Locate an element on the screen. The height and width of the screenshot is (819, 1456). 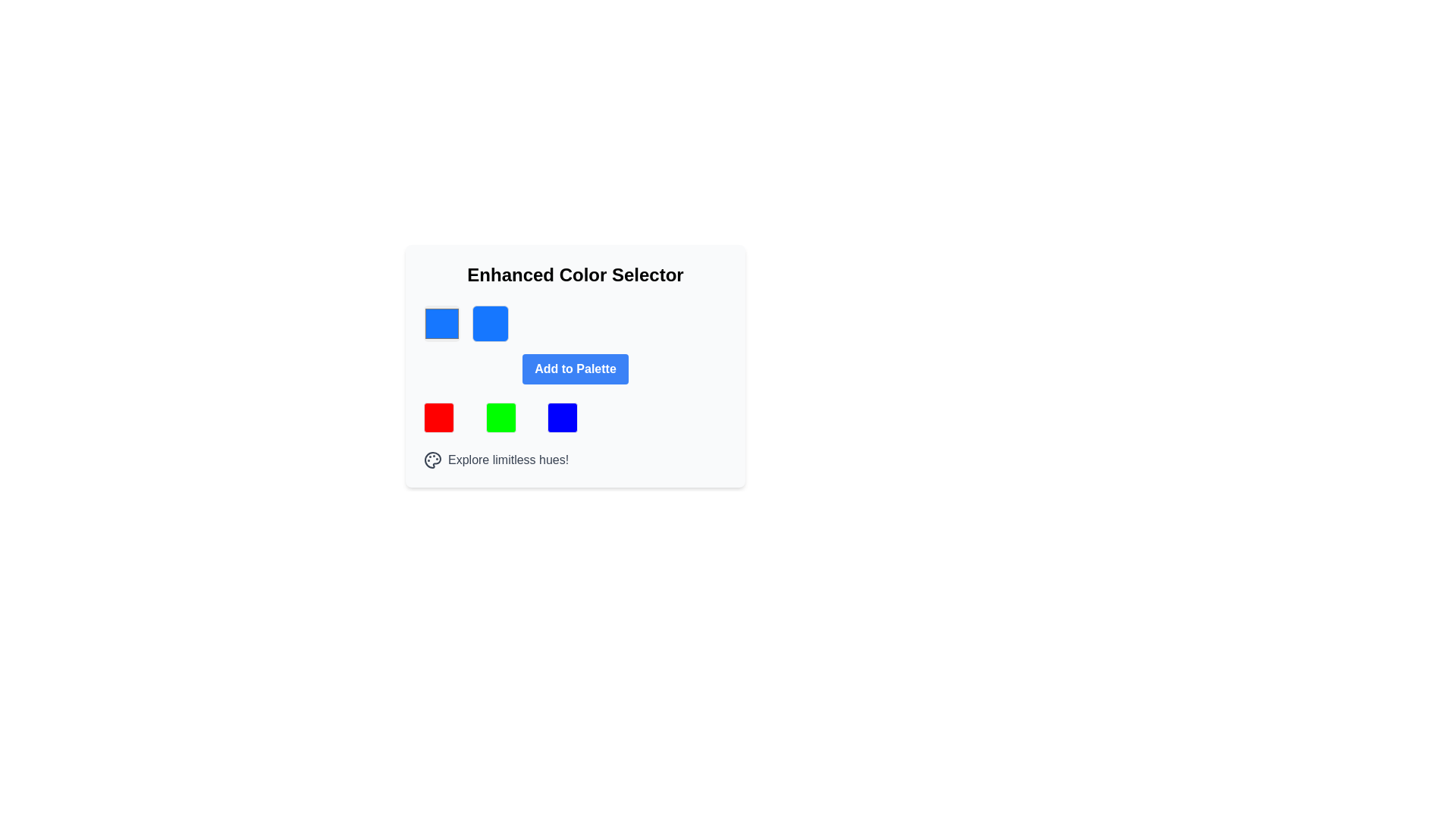
the blue button labeled 'Add to Palette' to trigger the hover effect, positioned centrally within the 'Enhanced Color Selector' section is located at coordinates (574, 366).